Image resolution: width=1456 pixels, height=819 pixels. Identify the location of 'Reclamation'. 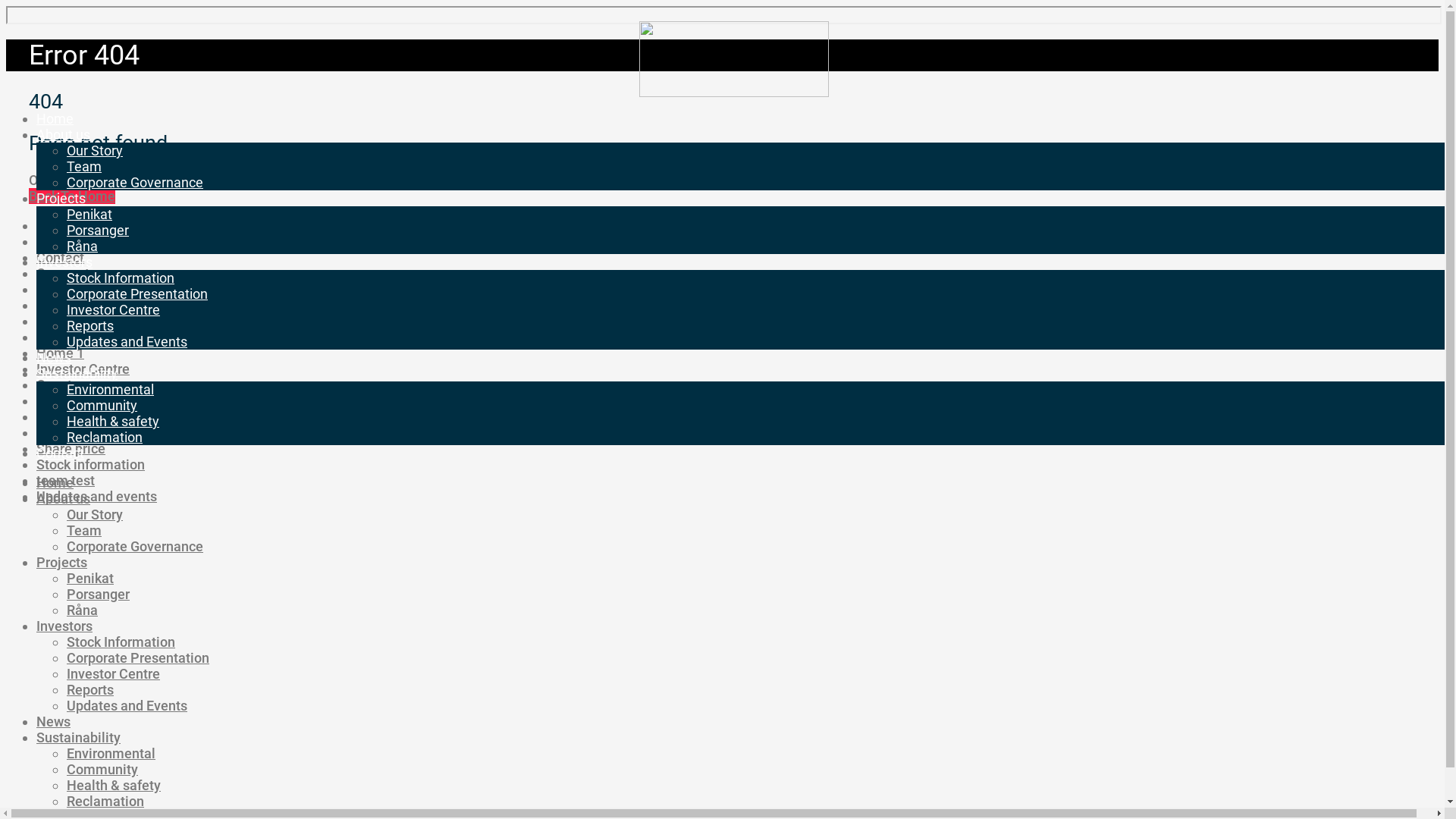
(105, 800).